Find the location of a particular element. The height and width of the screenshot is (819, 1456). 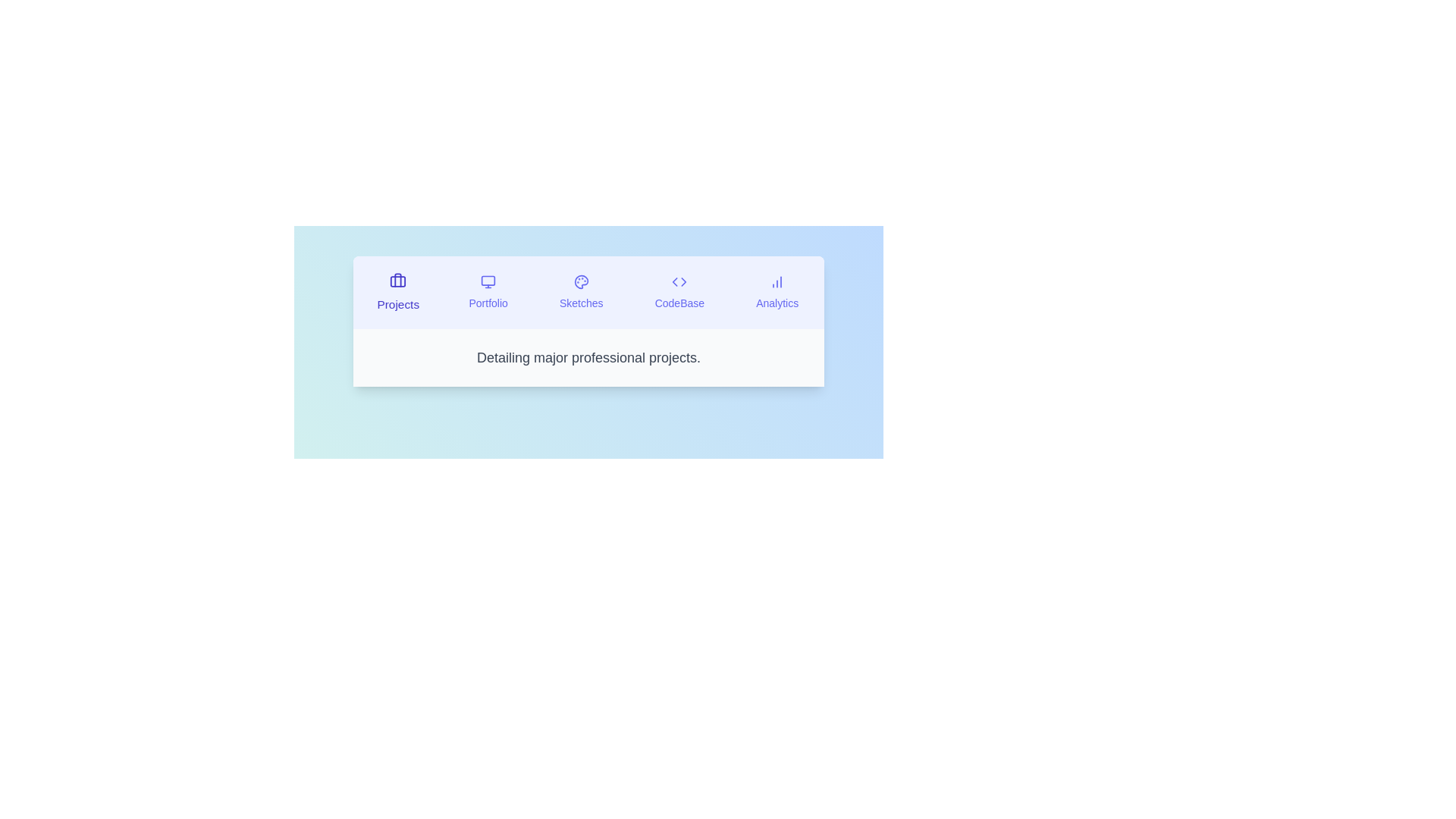

the tab labeled CodeBase to observe visual changes is located at coordinates (679, 292).